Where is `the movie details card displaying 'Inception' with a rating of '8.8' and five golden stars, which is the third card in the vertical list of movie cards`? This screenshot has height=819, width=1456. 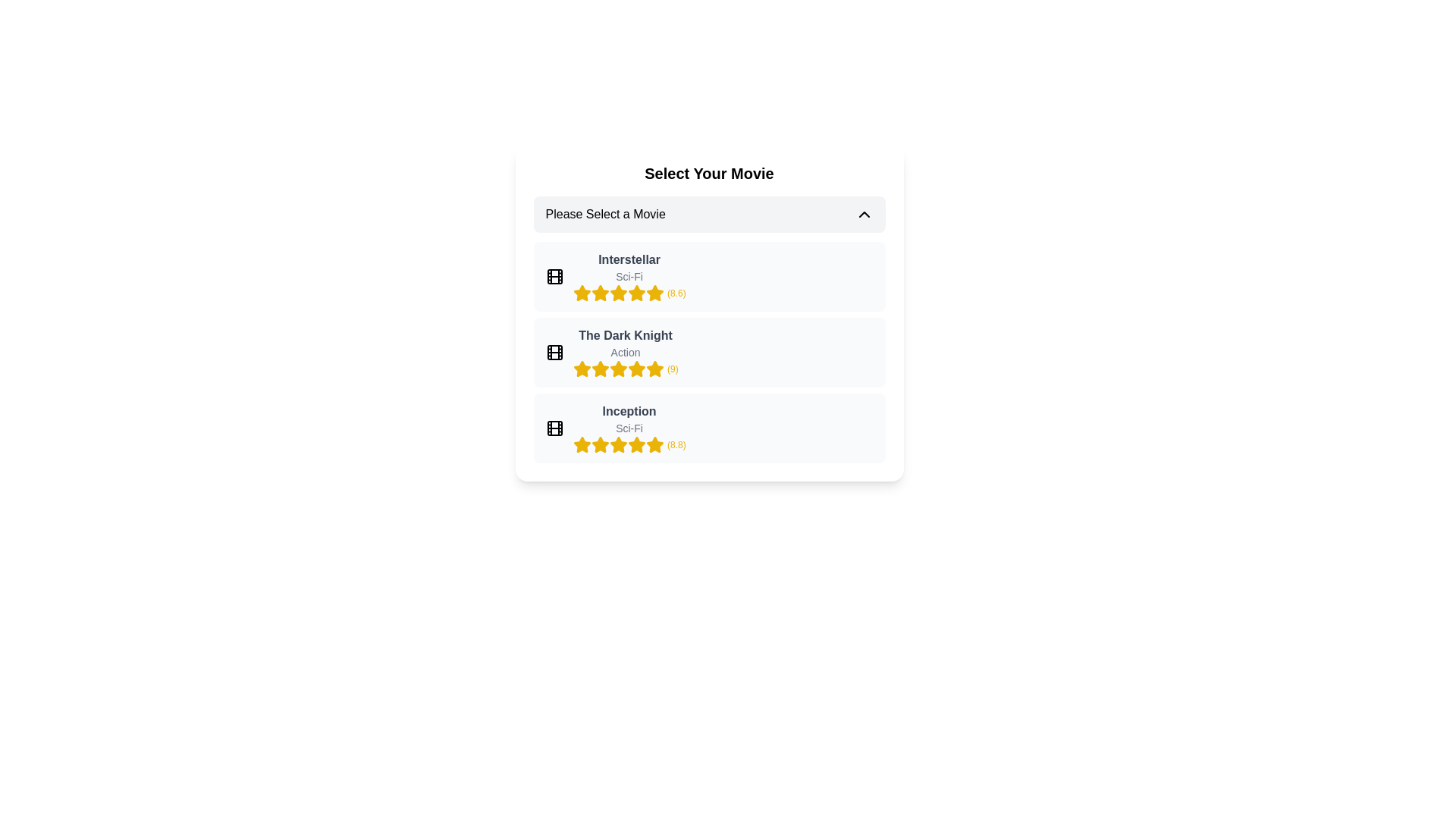 the movie details card displaying 'Inception' with a rating of '8.8' and five golden stars, which is the third card in the vertical list of movie cards is located at coordinates (708, 428).